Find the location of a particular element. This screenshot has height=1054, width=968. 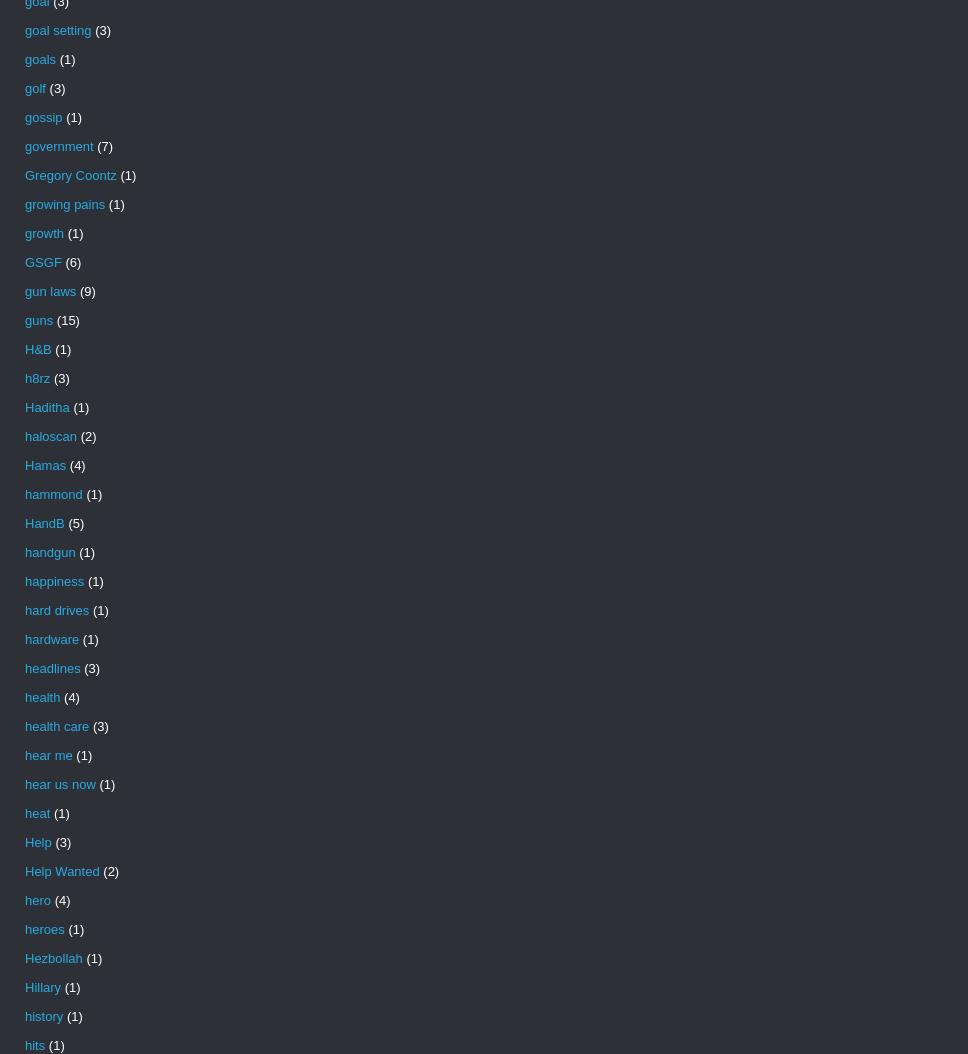

'GSGF' is located at coordinates (41, 262).